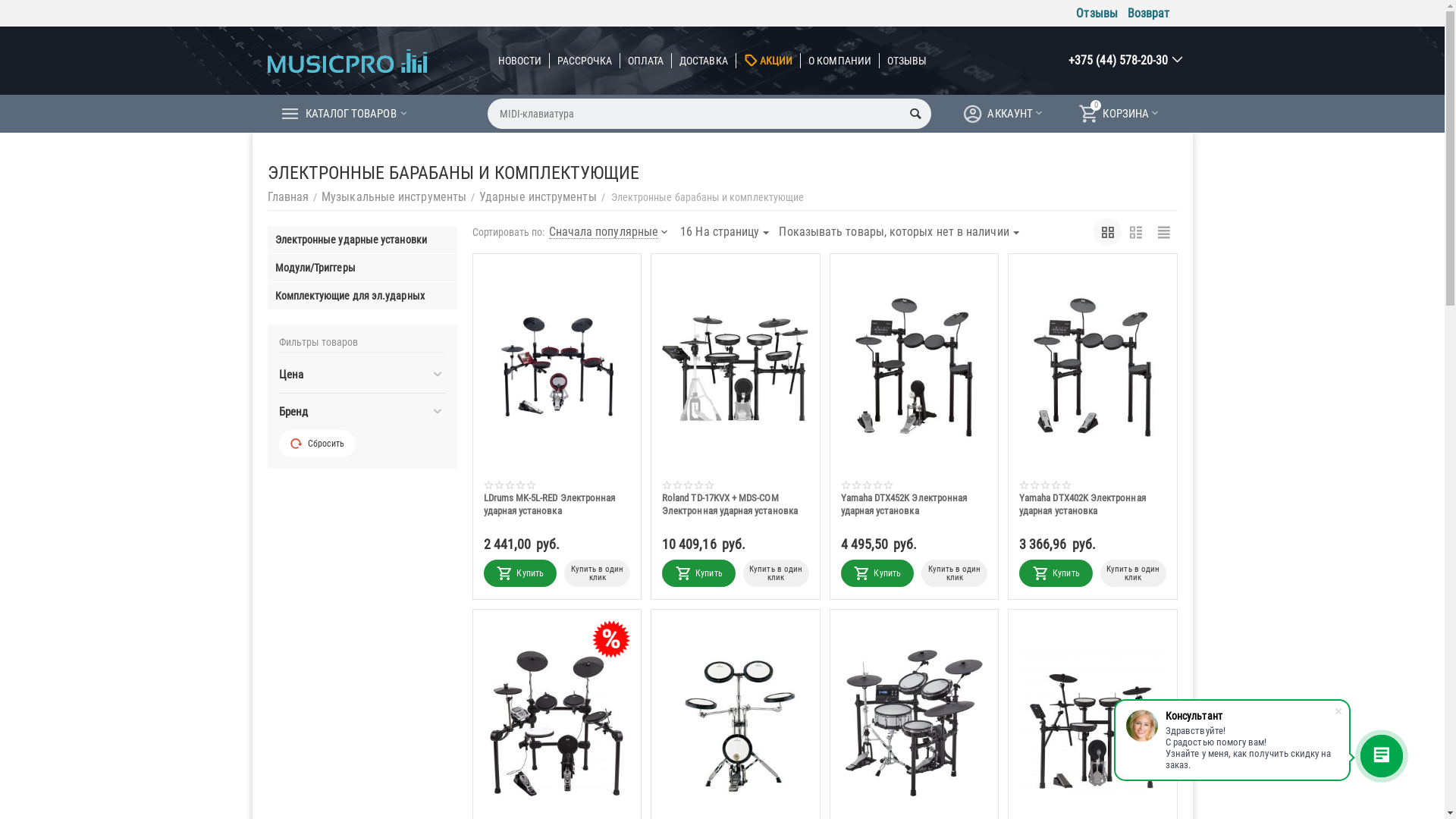  I want to click on '+375 (44) 578-20-30', so click(1118, 59).